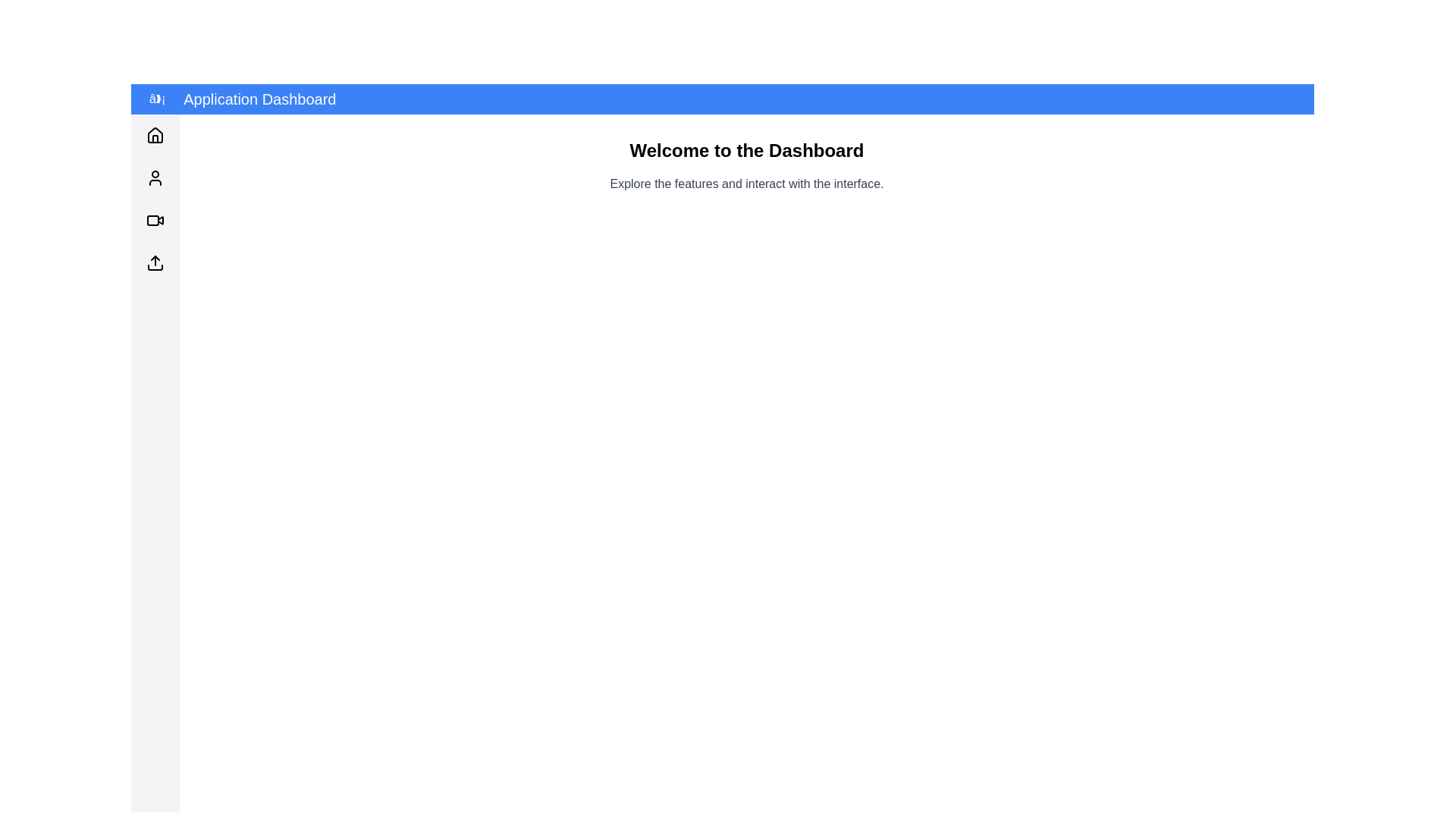 Image resolution: width=1456 pixels, height=819 pixels. What do you see at coordinates (155, 220) in the screenshot?
I see `the third icon in the vertical stack of icons on the left side of the interface` at bounding box center [155, 220].